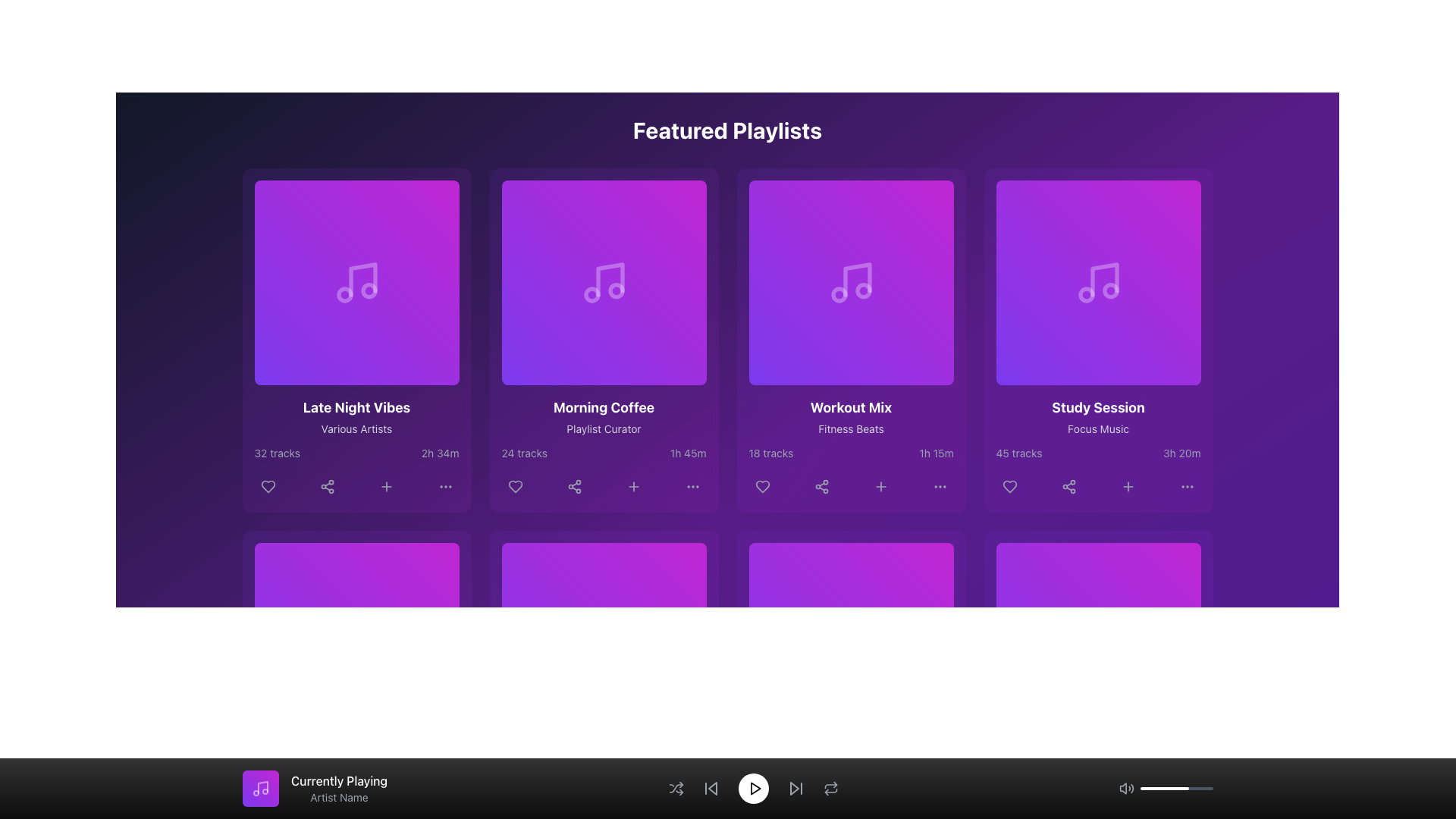 This screenshot has width=1456, height=819. Describe the element at coordinates (770, 452) in the screenshot. I see `text label displaying '18 tracks' located within the 'Workout Mix' playlist card in the 'Featured Playlists' section` at that location.